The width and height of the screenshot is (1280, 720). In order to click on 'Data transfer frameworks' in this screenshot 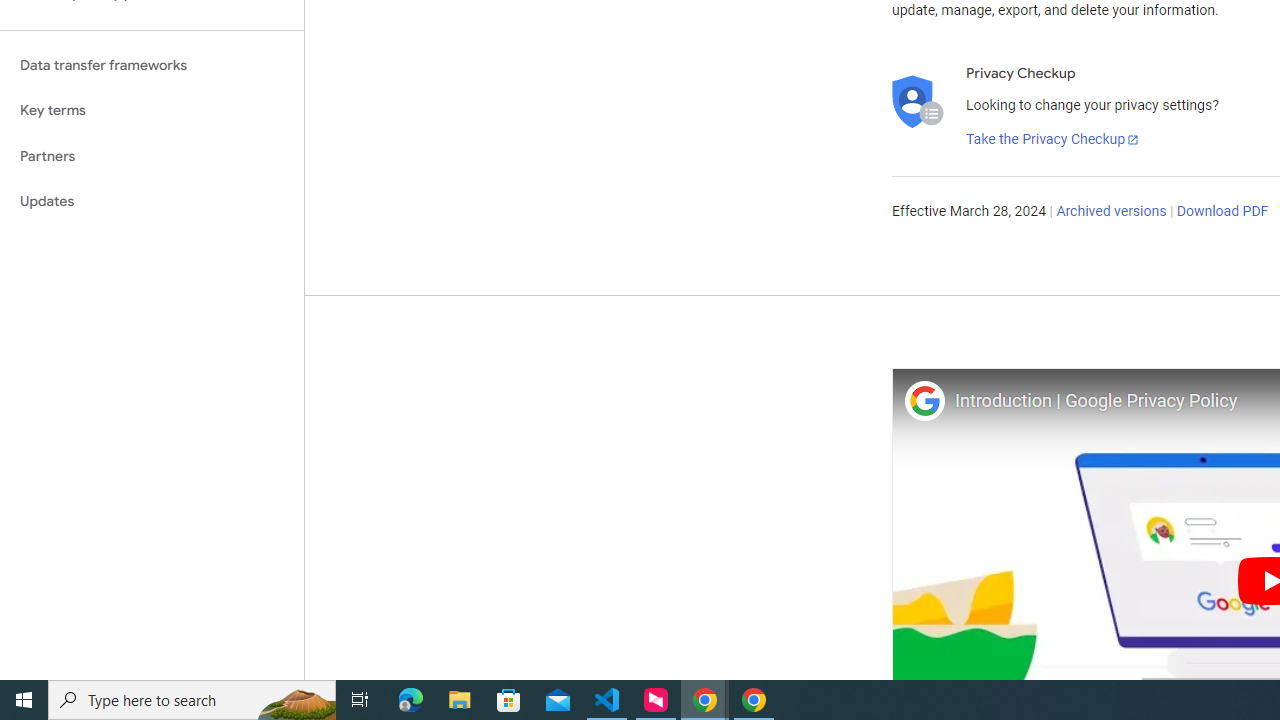, I will do `click(151, 64)`.